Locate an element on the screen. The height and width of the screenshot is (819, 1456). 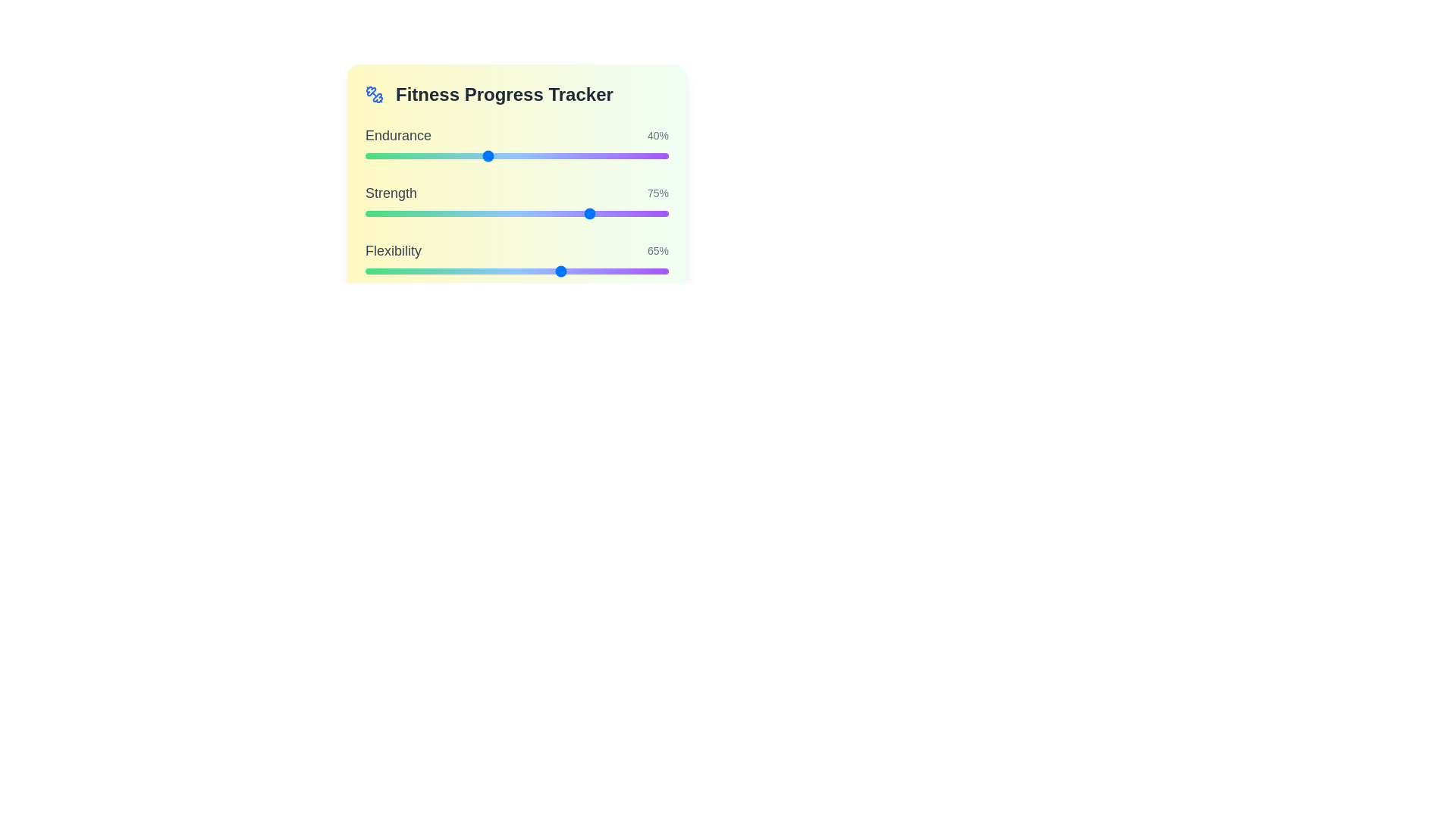
flexibility value is located at coordinates (389, 271).